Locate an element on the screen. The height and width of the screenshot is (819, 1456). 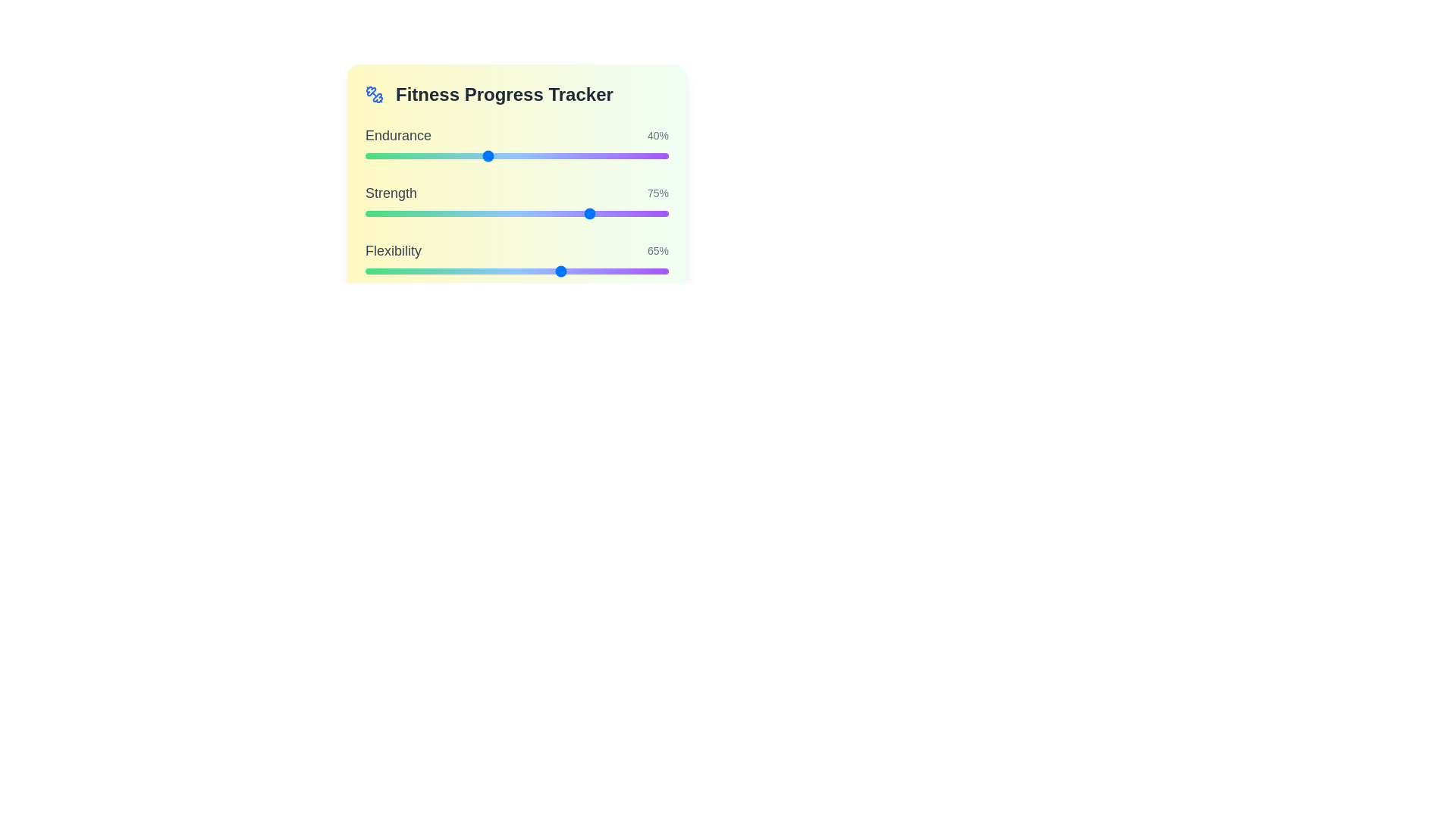
flexibility value is located at coordinates (389, 271).